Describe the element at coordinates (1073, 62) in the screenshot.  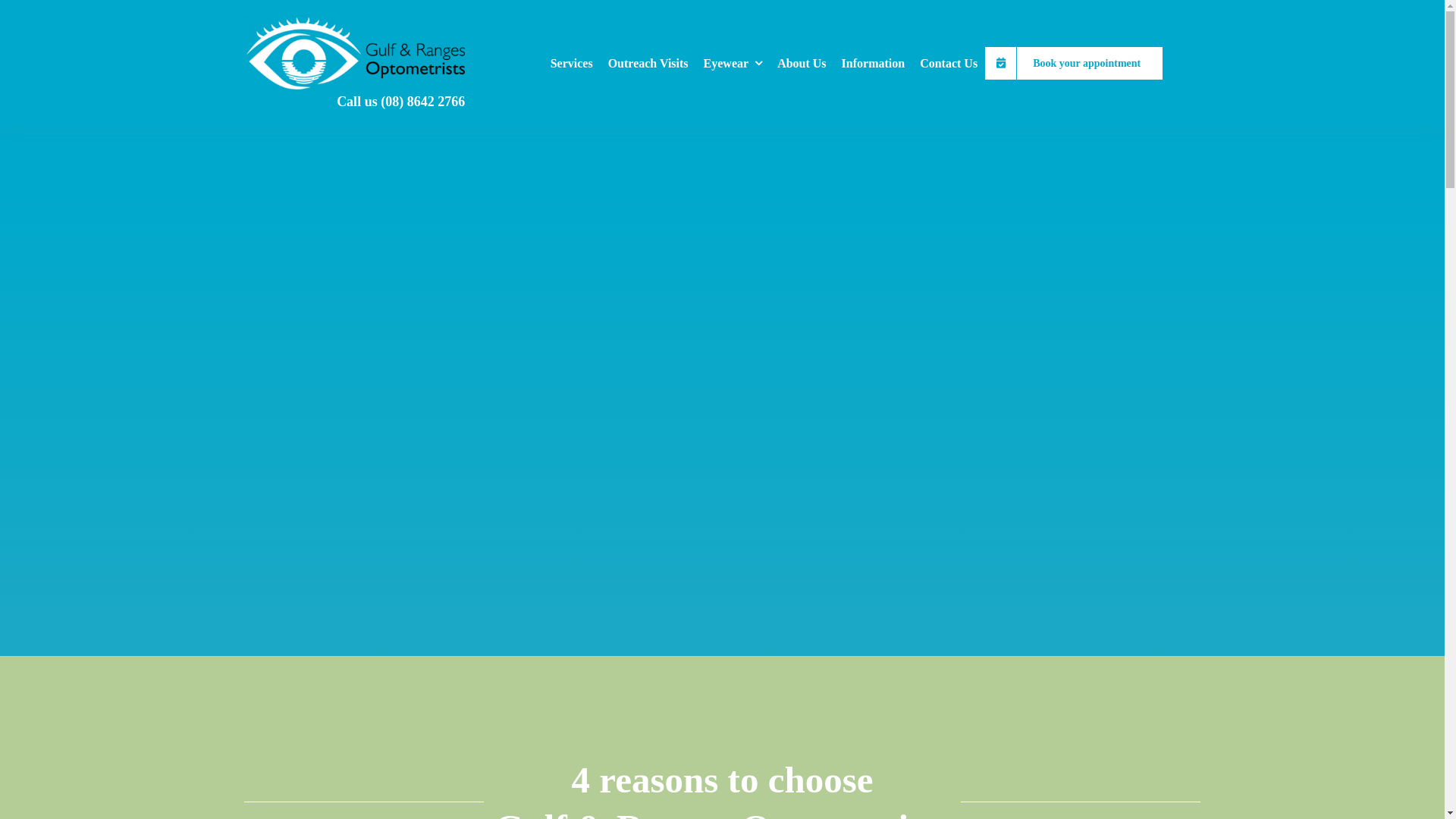
I see `'Book your appointment'` at that location.